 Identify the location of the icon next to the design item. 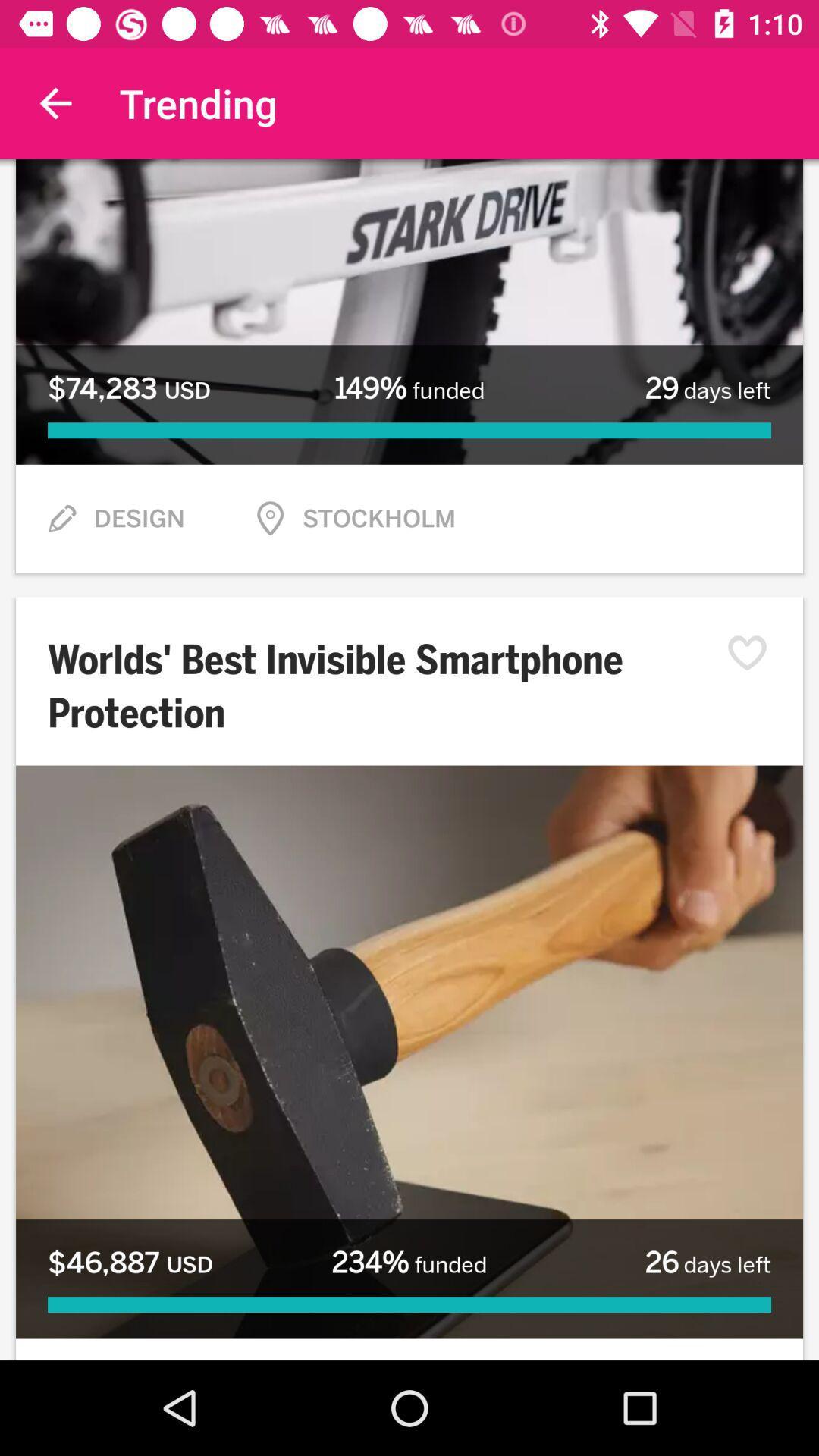
(61, 519).